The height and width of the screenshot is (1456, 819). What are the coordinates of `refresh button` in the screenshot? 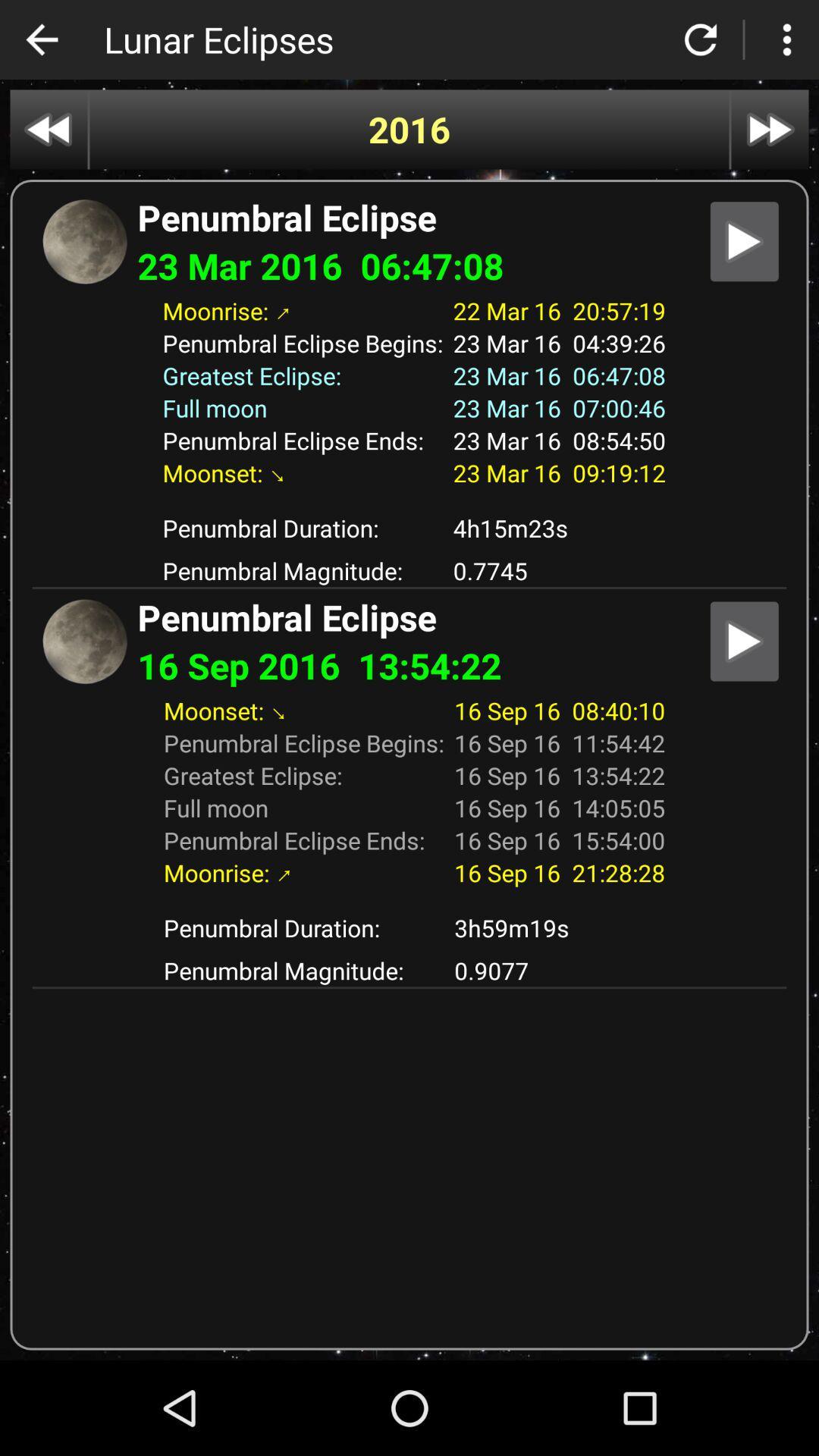 It's located at (701, 39).